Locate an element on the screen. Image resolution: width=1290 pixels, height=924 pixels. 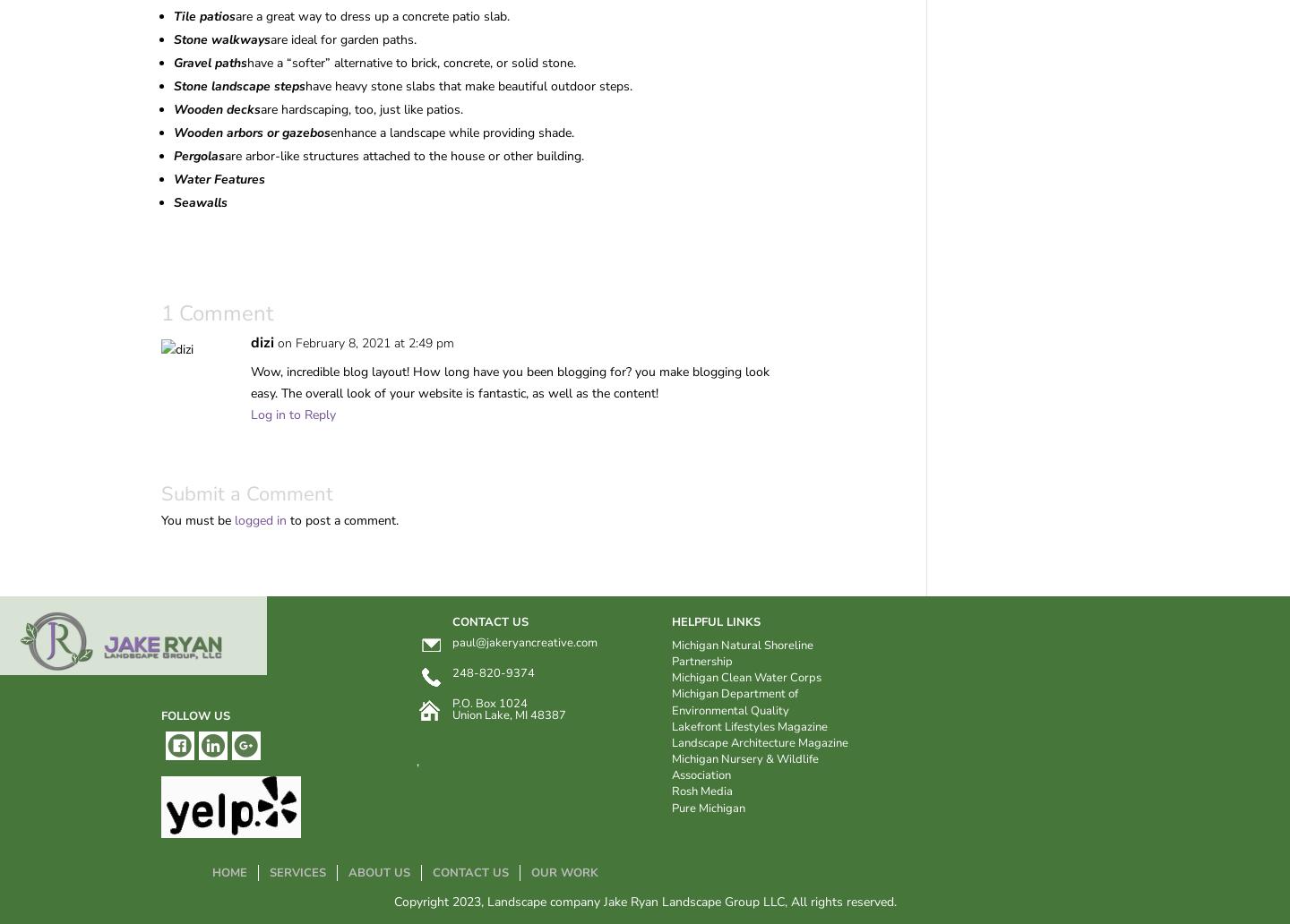
'Copyright 2023, Landscape company Jake Ryan Landscape Group LLC, All rights reserved.' is located at coordinates (393, 901).